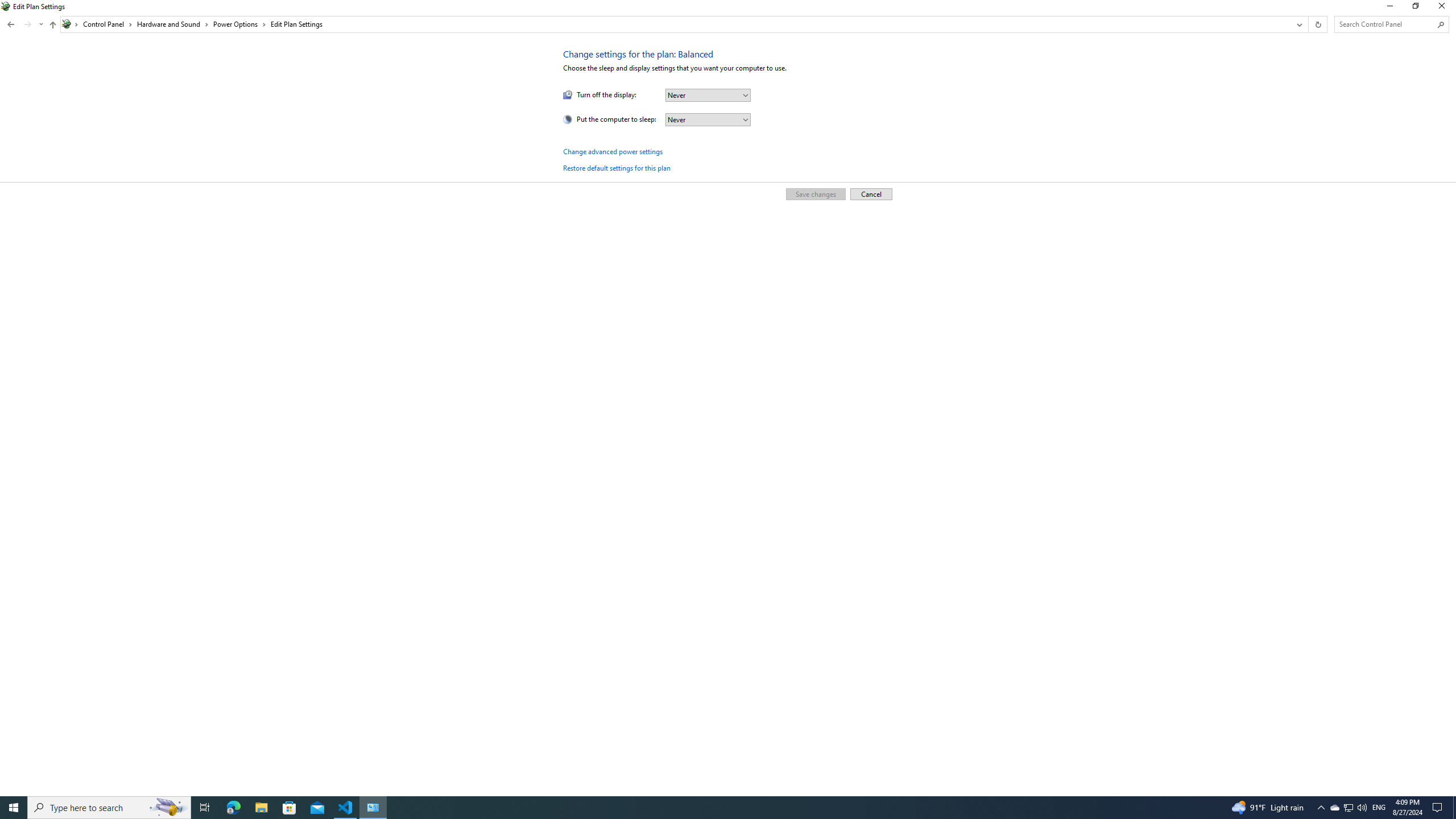  What do you see at coordinates (1361, 806) in the screenshot?
I see `'Q2790: 100%'` at bounding box center [1361, 806].